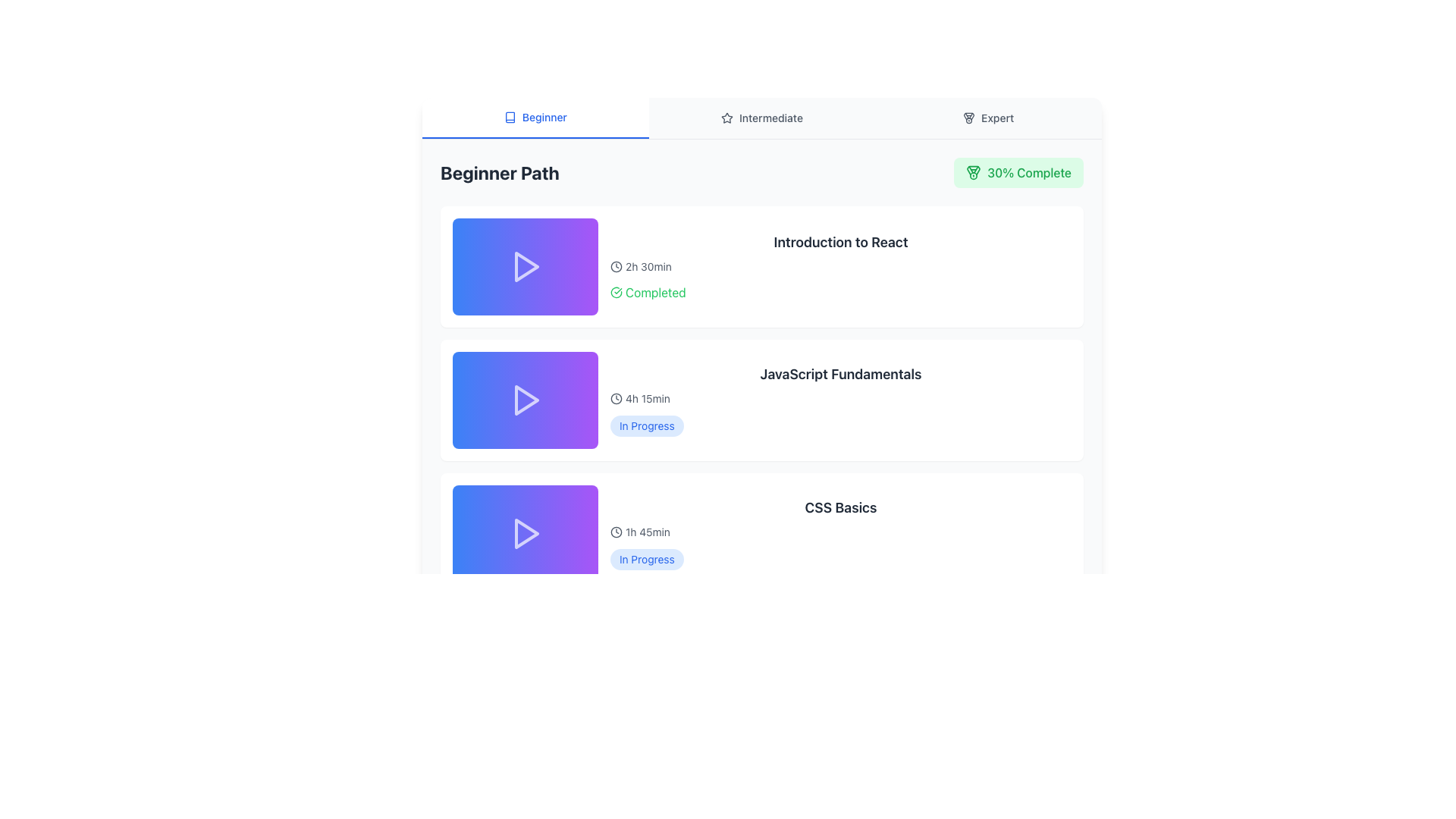  Describe the element at coordinates (839, 508) in the screenshot. I see `the text label representing the course 'CSS Basics', which is located in the third card of the course module list, positioned below 'JavaScript Fundamentals'` at that location.